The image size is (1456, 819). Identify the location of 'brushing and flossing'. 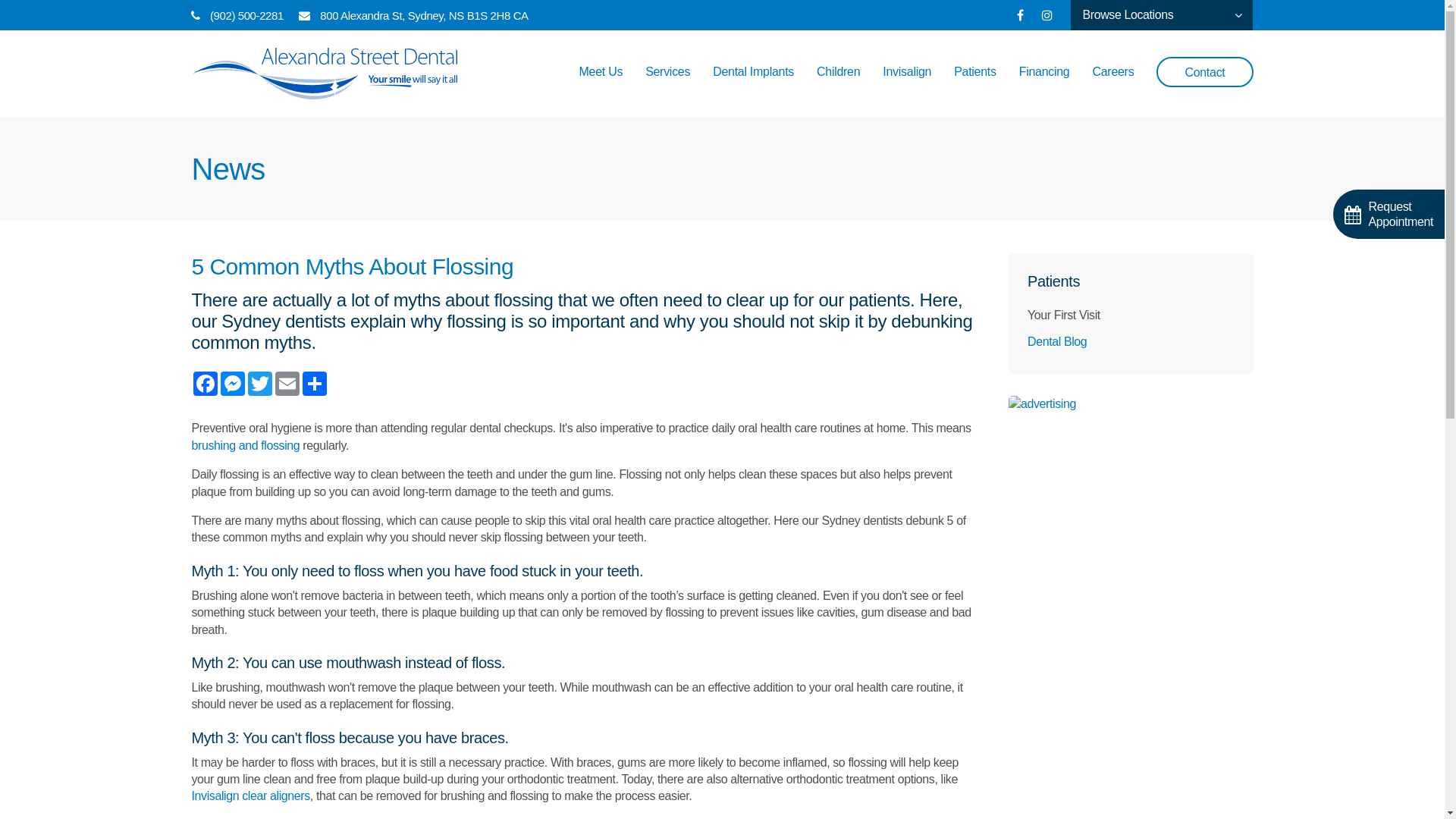
(245, 444).